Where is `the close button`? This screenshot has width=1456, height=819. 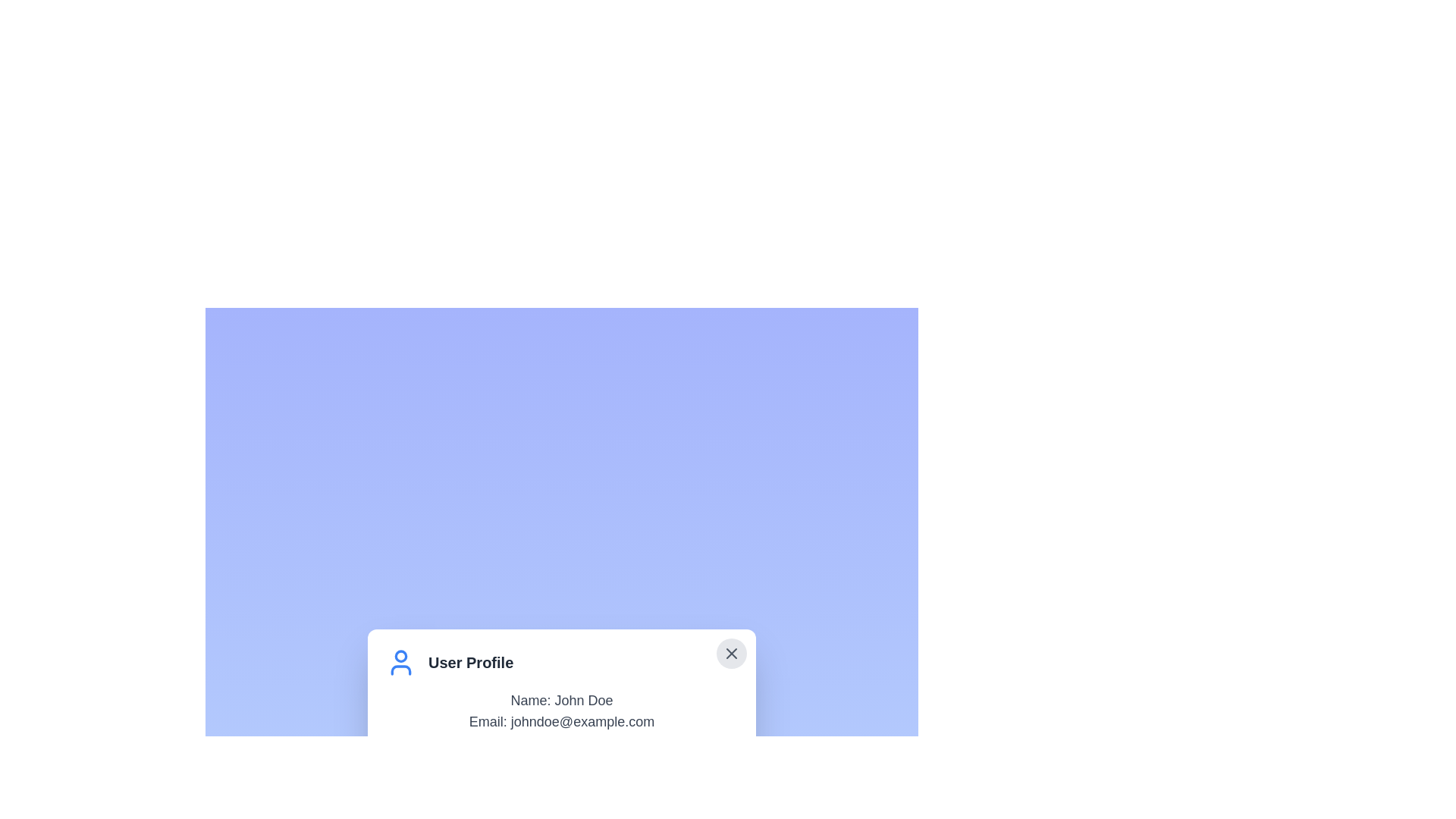 the close button is located at coordinates (731, 652).